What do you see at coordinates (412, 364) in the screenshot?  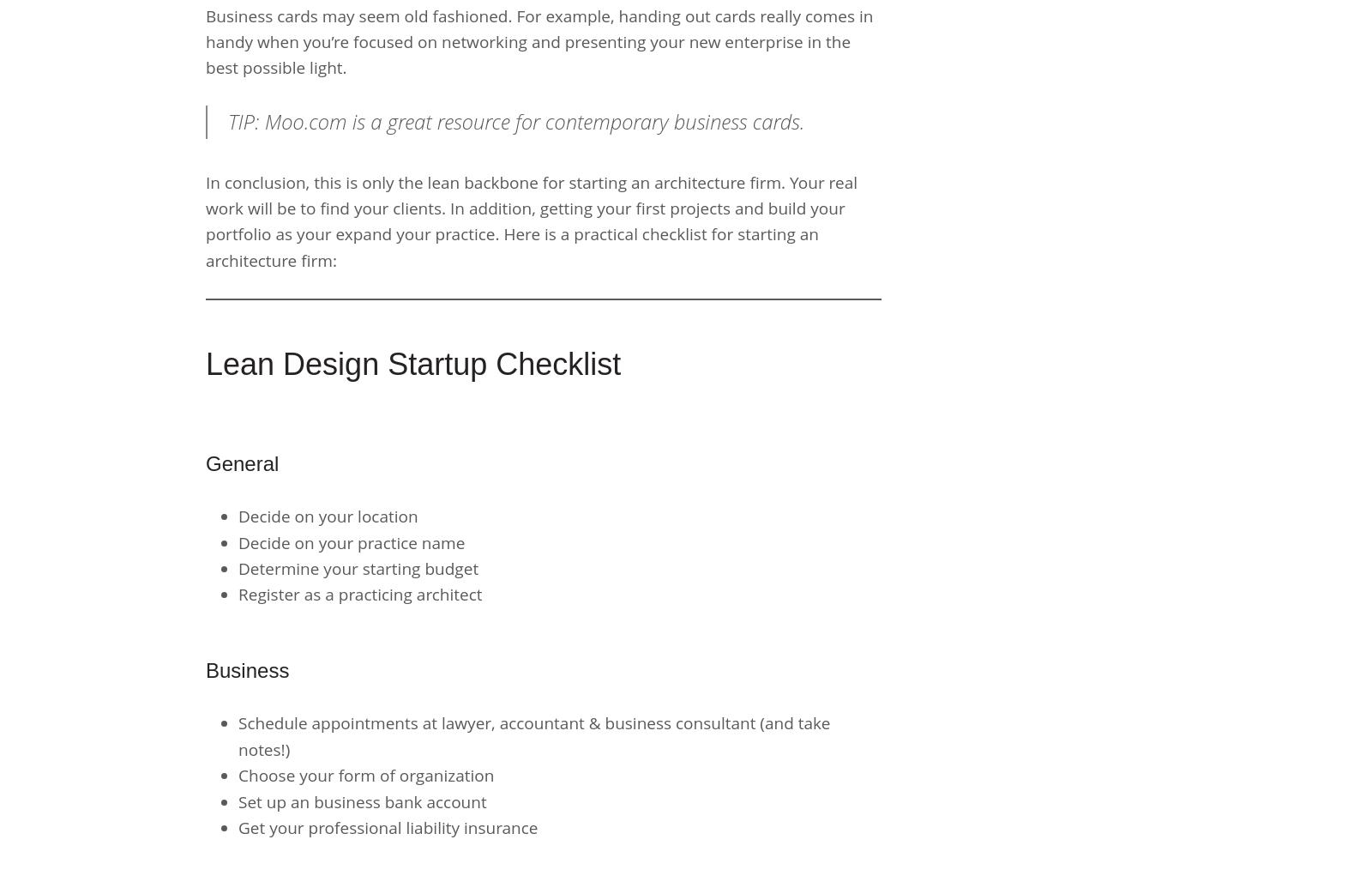 I see `'Lean Design Startup Checklist'` at bounding box center [412, 364].